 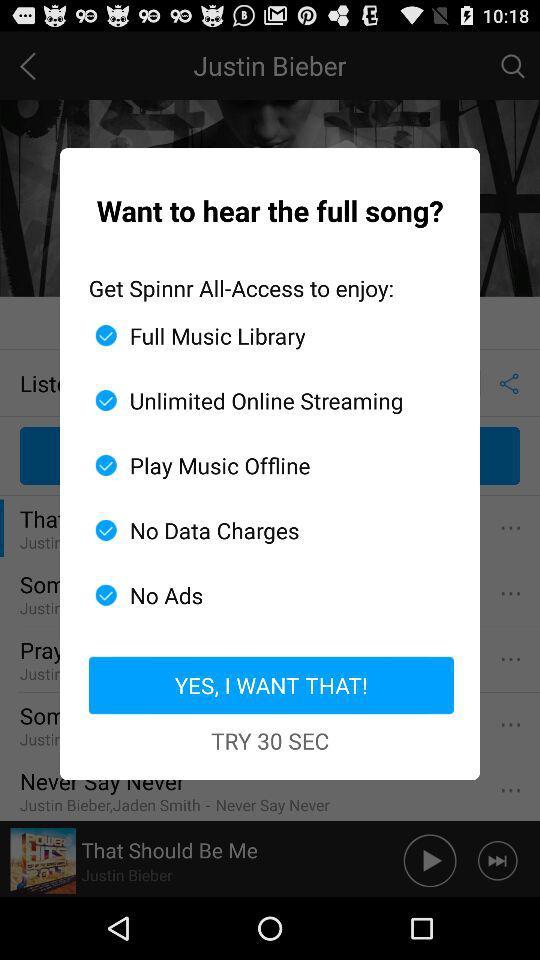 What do you see at coordinates (262, 465) in the screenshot?
I see `the item below unlimited online streaming app` at bounding box center [262, 465].